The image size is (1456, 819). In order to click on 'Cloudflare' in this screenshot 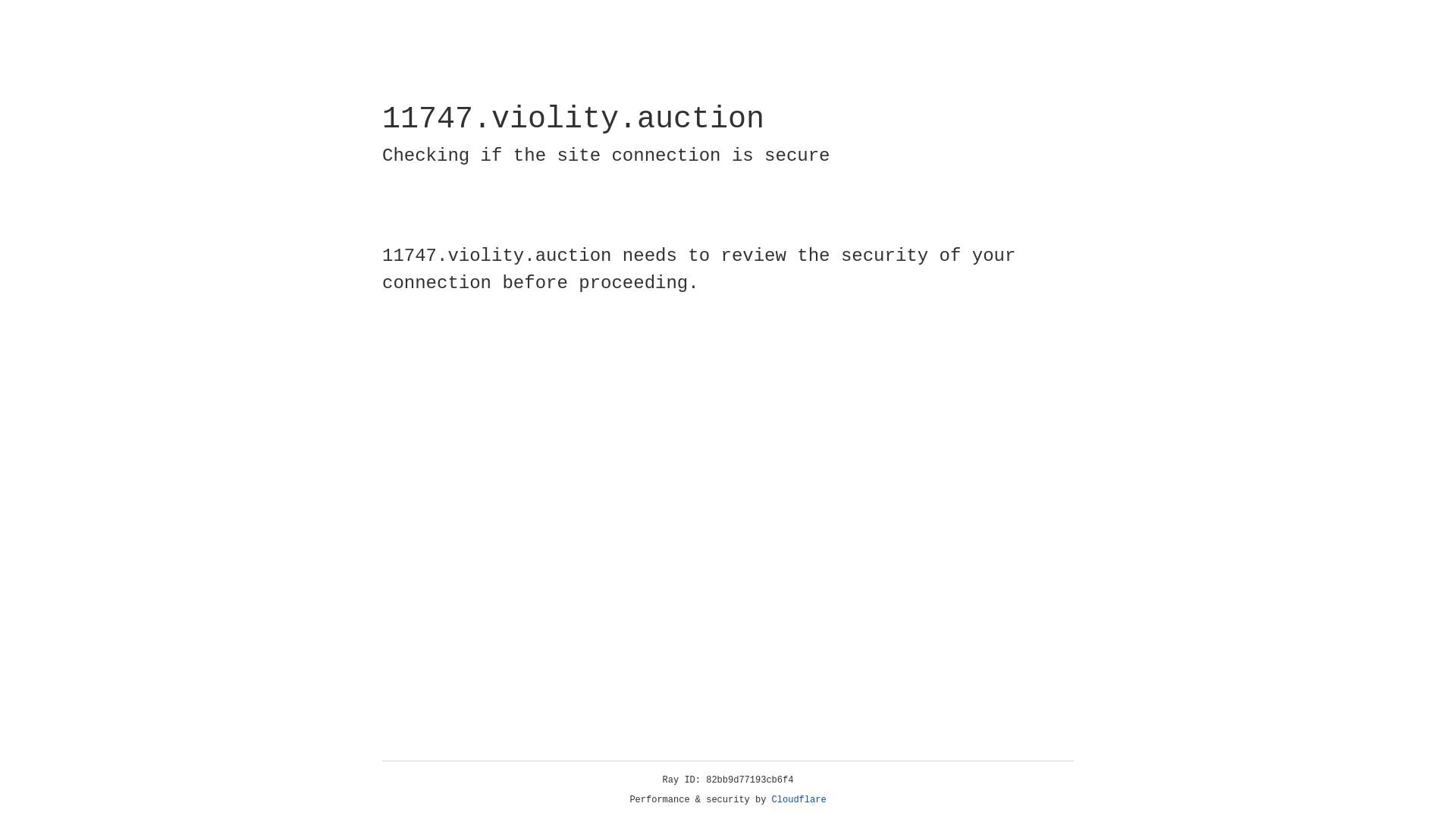, I will do `click(771, 799)`.